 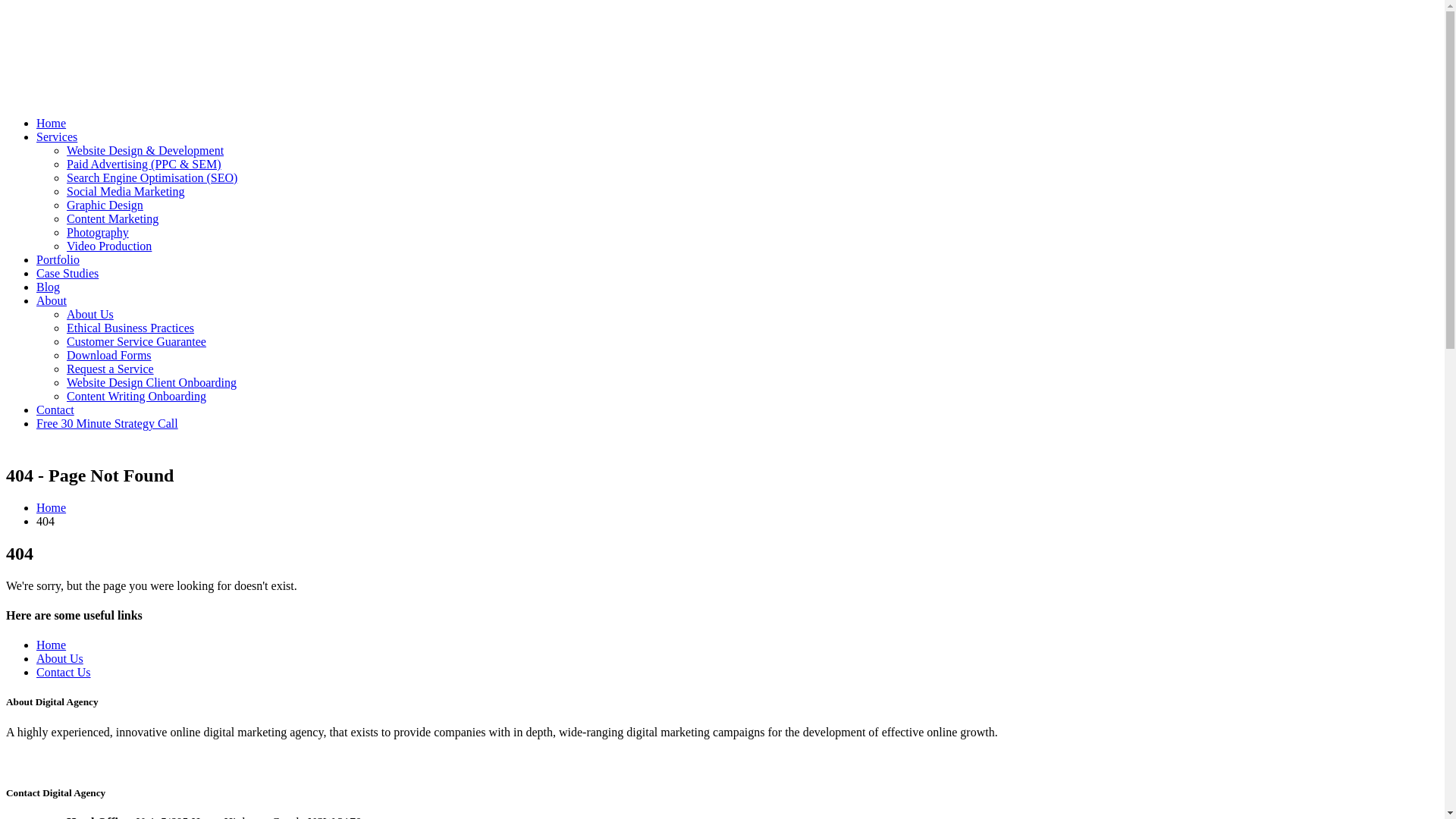 I want to click on 'Home', so click(x=51, y=645).